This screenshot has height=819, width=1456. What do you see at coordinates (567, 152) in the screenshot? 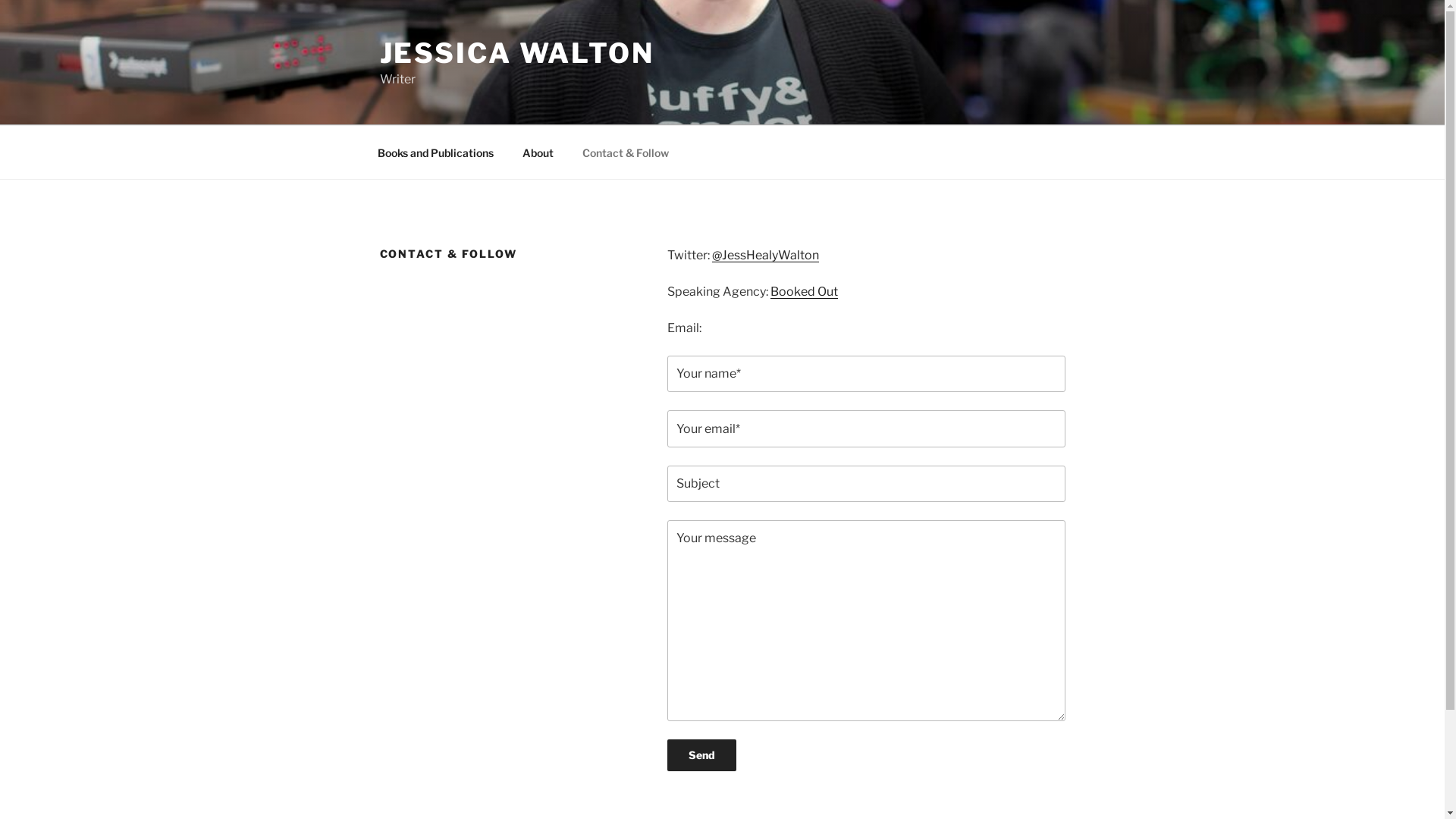
I see `'Contact & Follow'` at bounding box center [567, 152].